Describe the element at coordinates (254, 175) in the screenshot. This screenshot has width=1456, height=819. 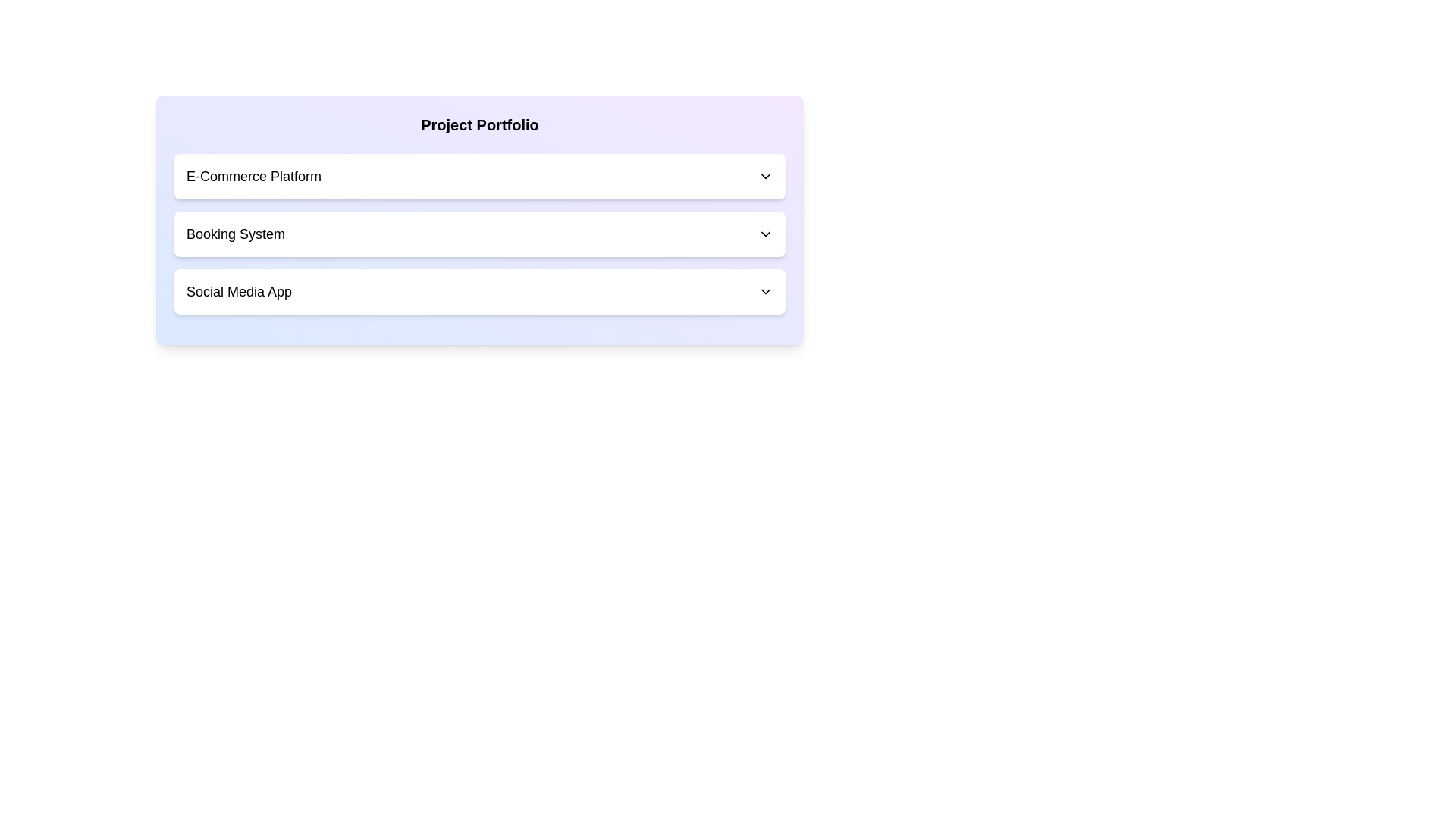
I see `the text label displaying 'E-Commerce Platform', which is a modern, sans-serif font text label in black color, located at the top of the selectable options in a horizontal flexbox layout` at that location.